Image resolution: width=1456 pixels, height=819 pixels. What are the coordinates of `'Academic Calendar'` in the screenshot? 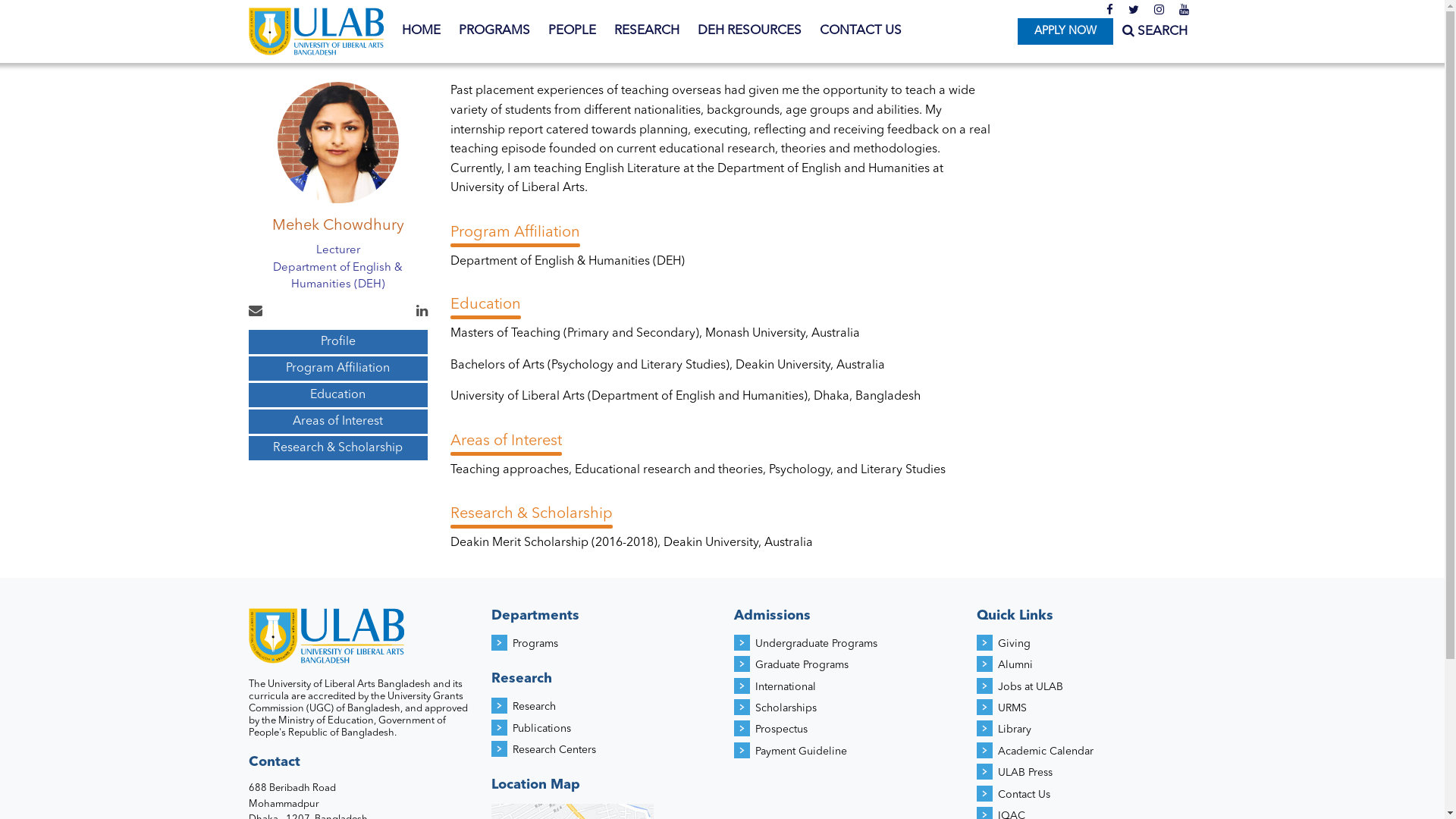 It's located at (1044, 752).